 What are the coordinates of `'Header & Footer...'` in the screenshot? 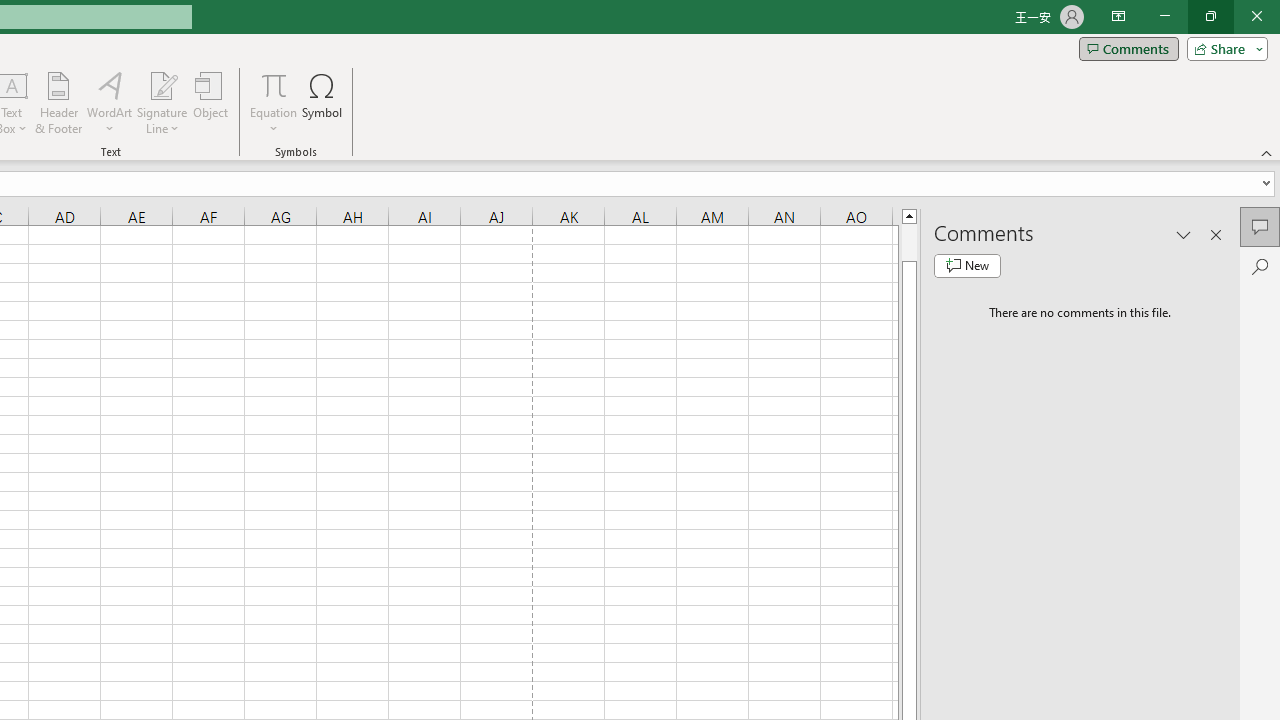 It's located at (58, 103).